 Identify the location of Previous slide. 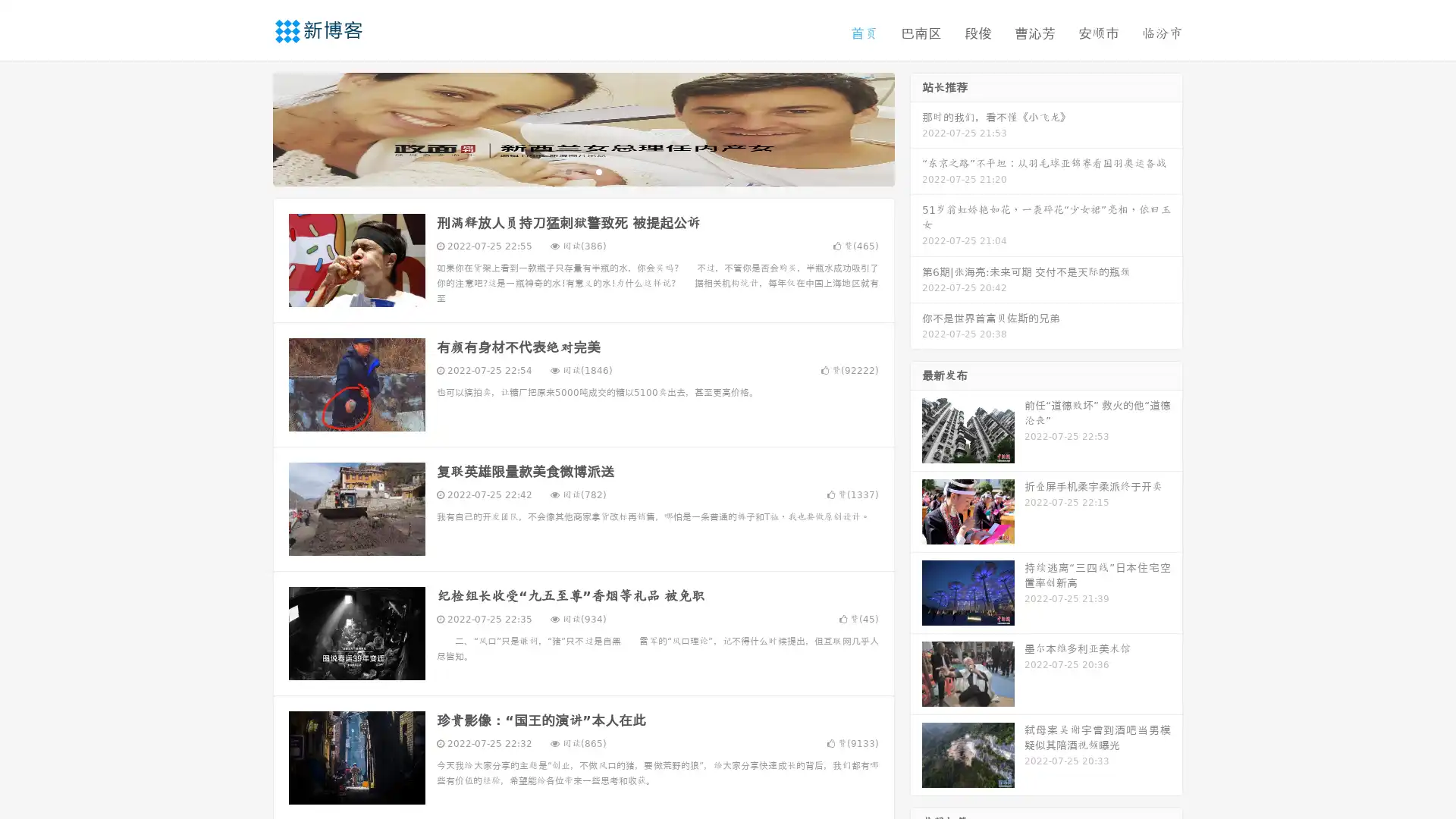
(250, 127).